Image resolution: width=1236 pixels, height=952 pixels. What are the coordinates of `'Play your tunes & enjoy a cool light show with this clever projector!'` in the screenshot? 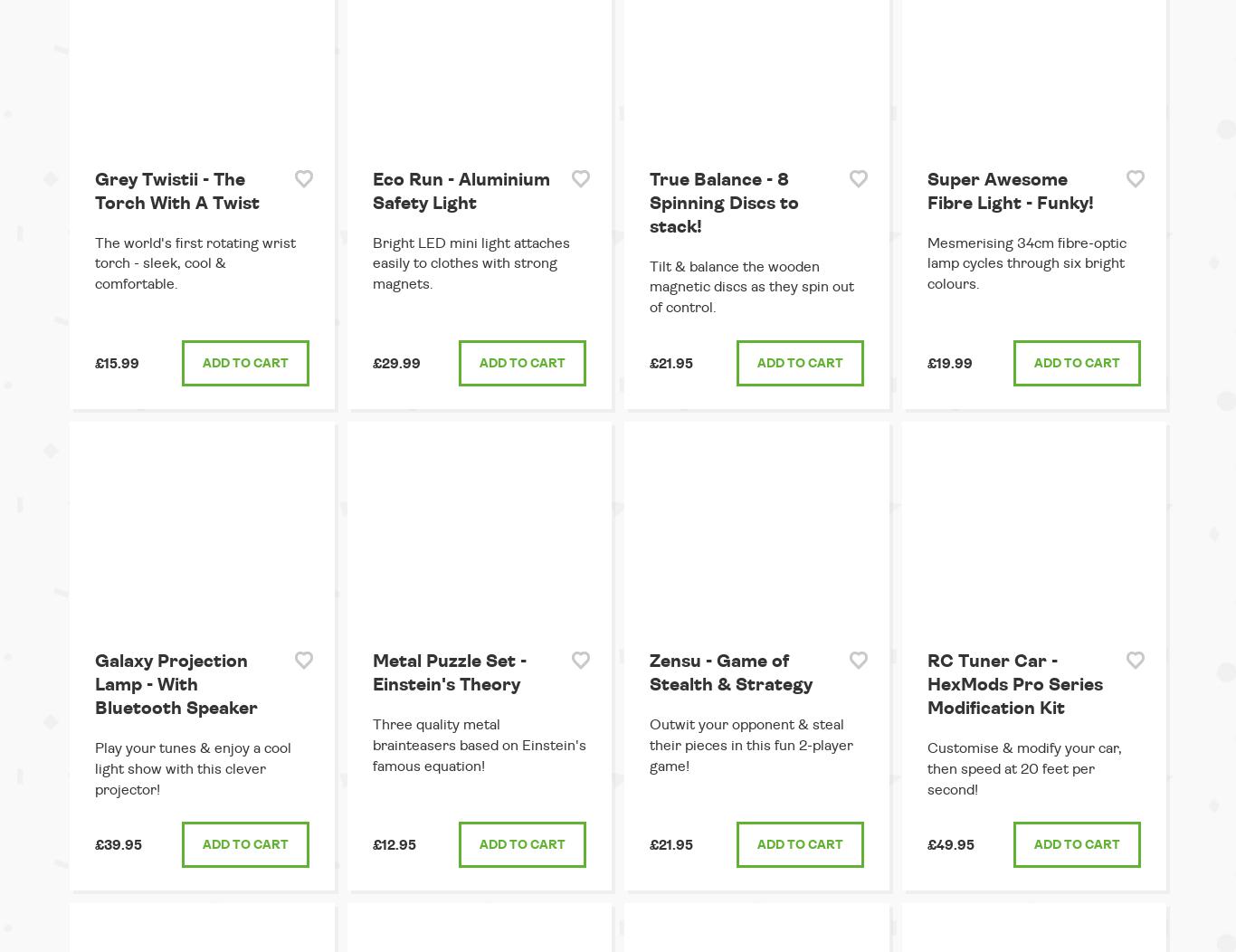 It's located at (95, 766).